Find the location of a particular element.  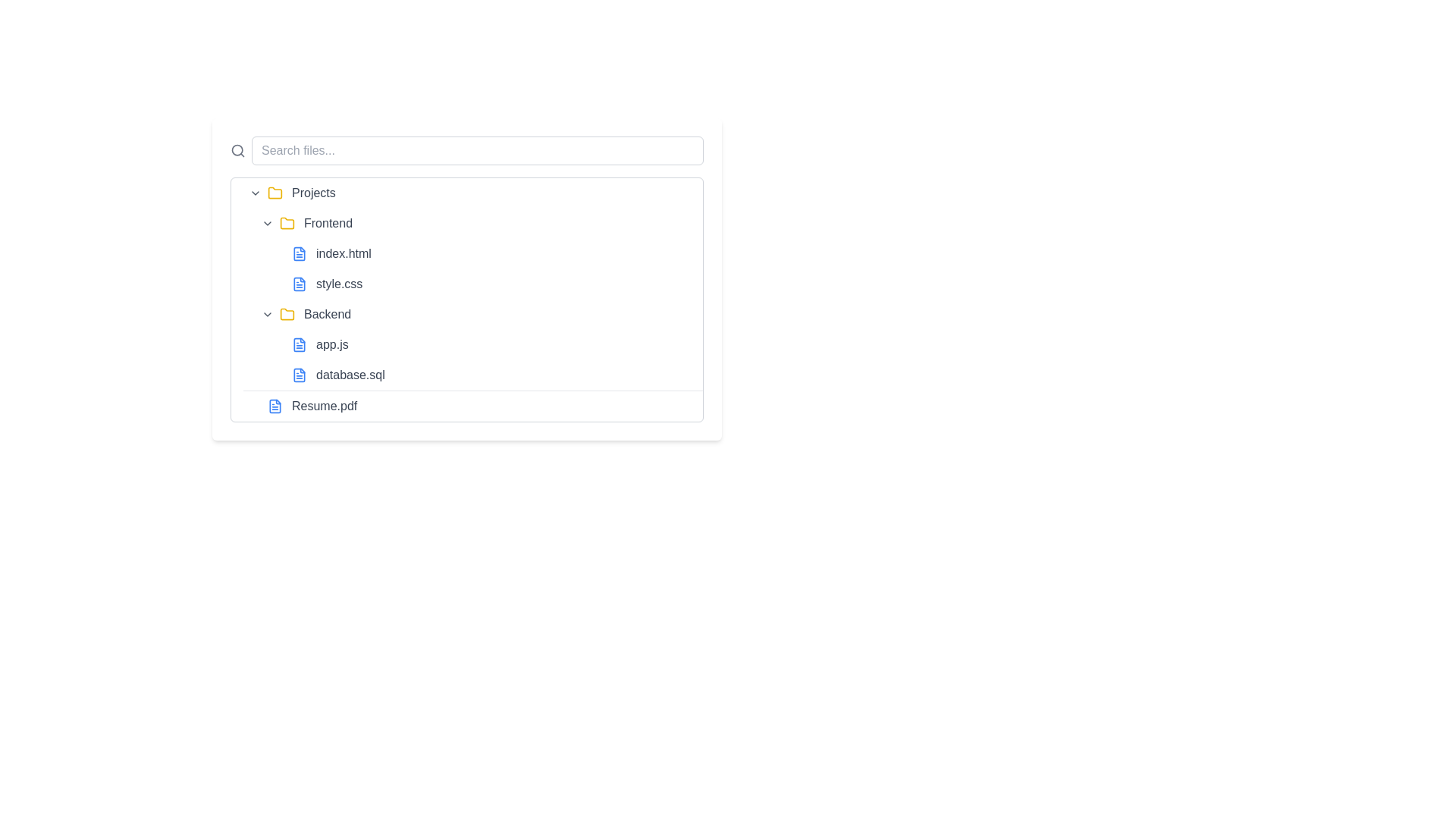

the icon representing the 'index.html' file located is located at coordinates (299, 253).